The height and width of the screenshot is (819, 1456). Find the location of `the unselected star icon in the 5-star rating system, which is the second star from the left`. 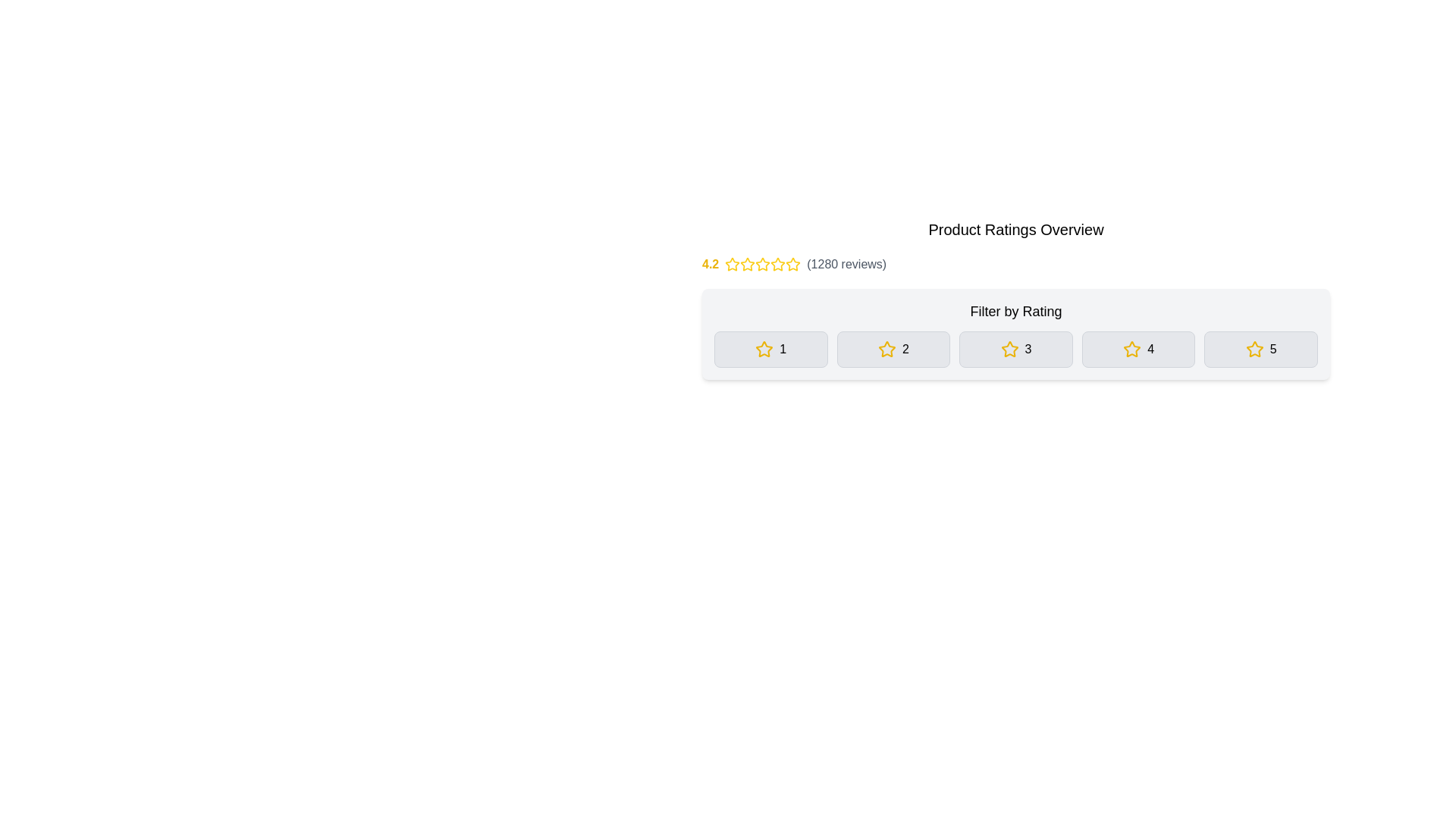

the unselected star icon in the 5-star rating system, which is the second star from the left is located at coordinates (748, 263).